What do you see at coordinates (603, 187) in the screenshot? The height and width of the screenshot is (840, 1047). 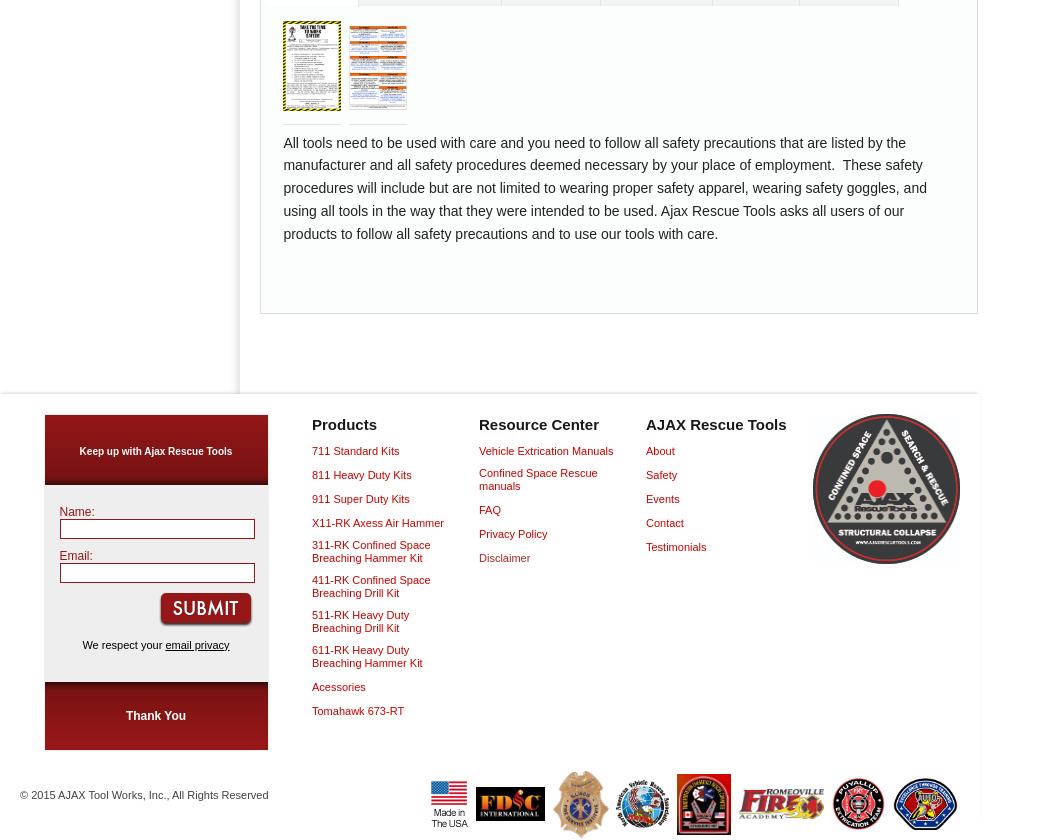 I see `'All tools need to be used with care and you need to follow all safety precautions that are listed by the manufacturer and all safety procedures deemed necessary by your place of employment.  These safety procedures will include but are not limited to wearing proper safety apparel, wearing safety goggles, and using all tools in the way that they were intended to be used. Ajax Rescue Tools asks all users of our products to follow all safety precautions and to use our tools with care.'` at bounding box center [603, 187].